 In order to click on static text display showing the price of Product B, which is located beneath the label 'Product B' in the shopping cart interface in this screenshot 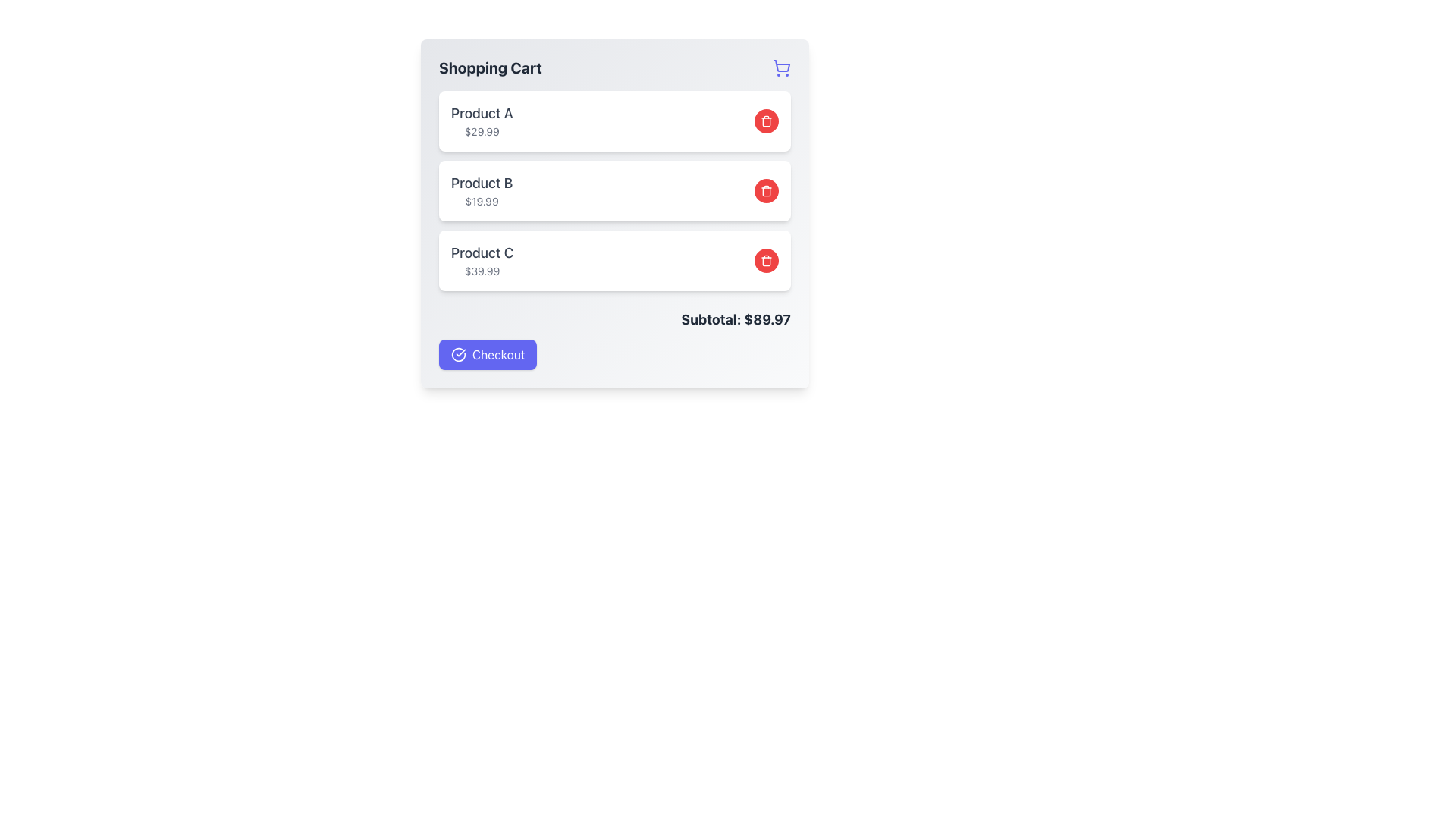, I will do `click(481, 201)`.